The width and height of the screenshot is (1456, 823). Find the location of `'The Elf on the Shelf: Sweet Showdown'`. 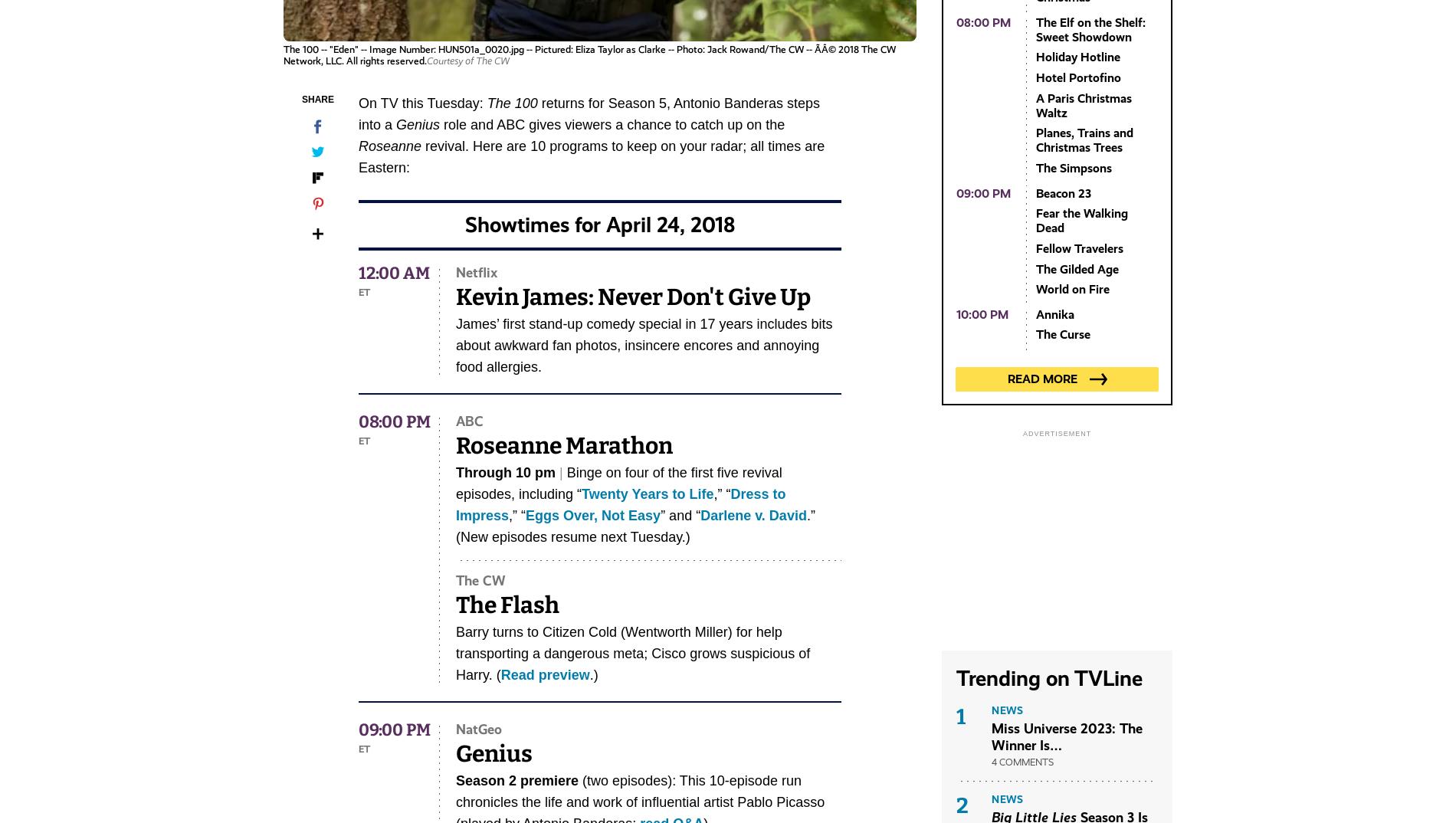

'The Elf on the Shelf: Sweet Showdown' is located at coordinates (1035, 28).